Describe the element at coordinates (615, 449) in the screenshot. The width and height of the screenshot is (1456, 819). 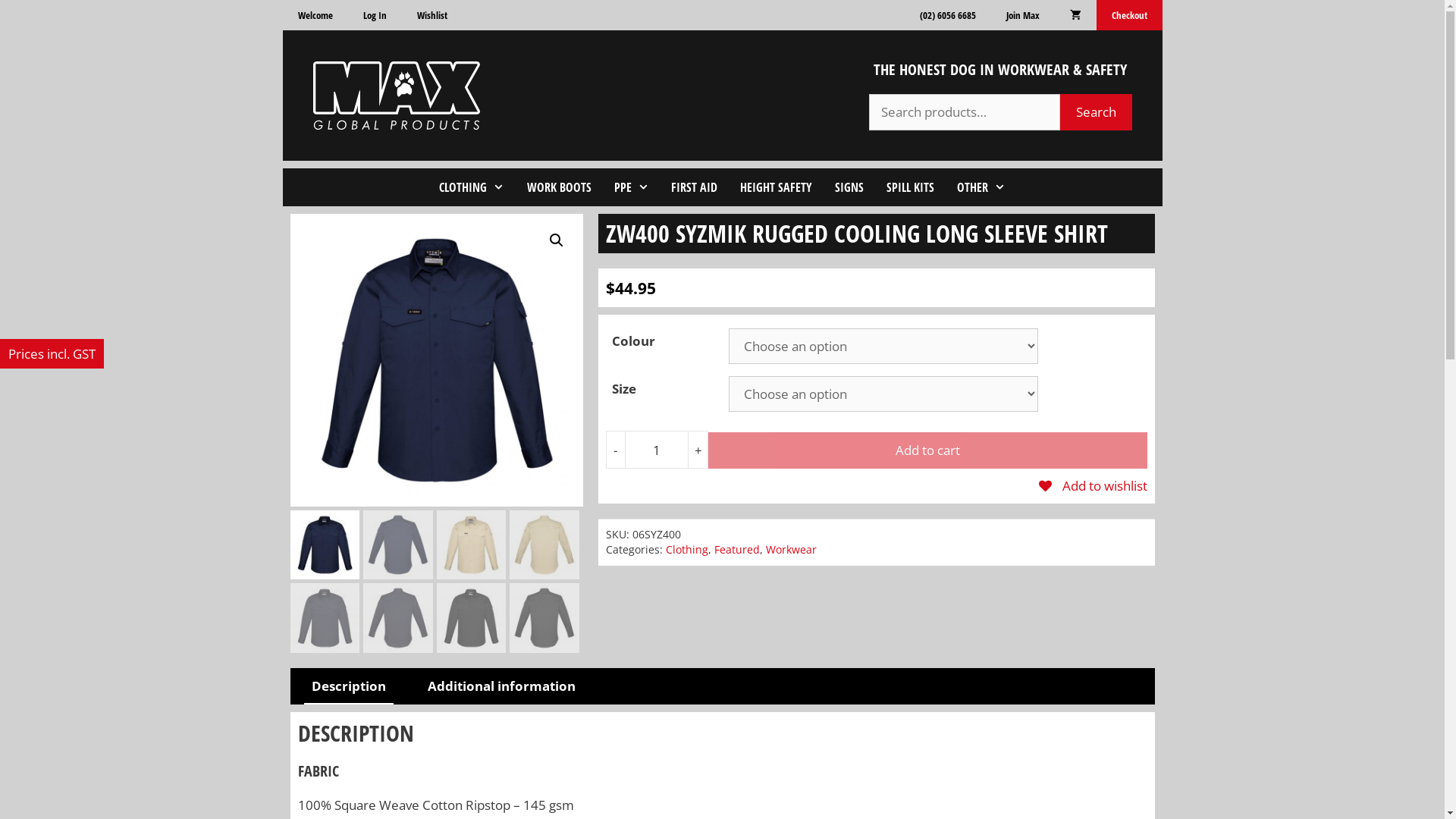
I see `'-'` at that location.